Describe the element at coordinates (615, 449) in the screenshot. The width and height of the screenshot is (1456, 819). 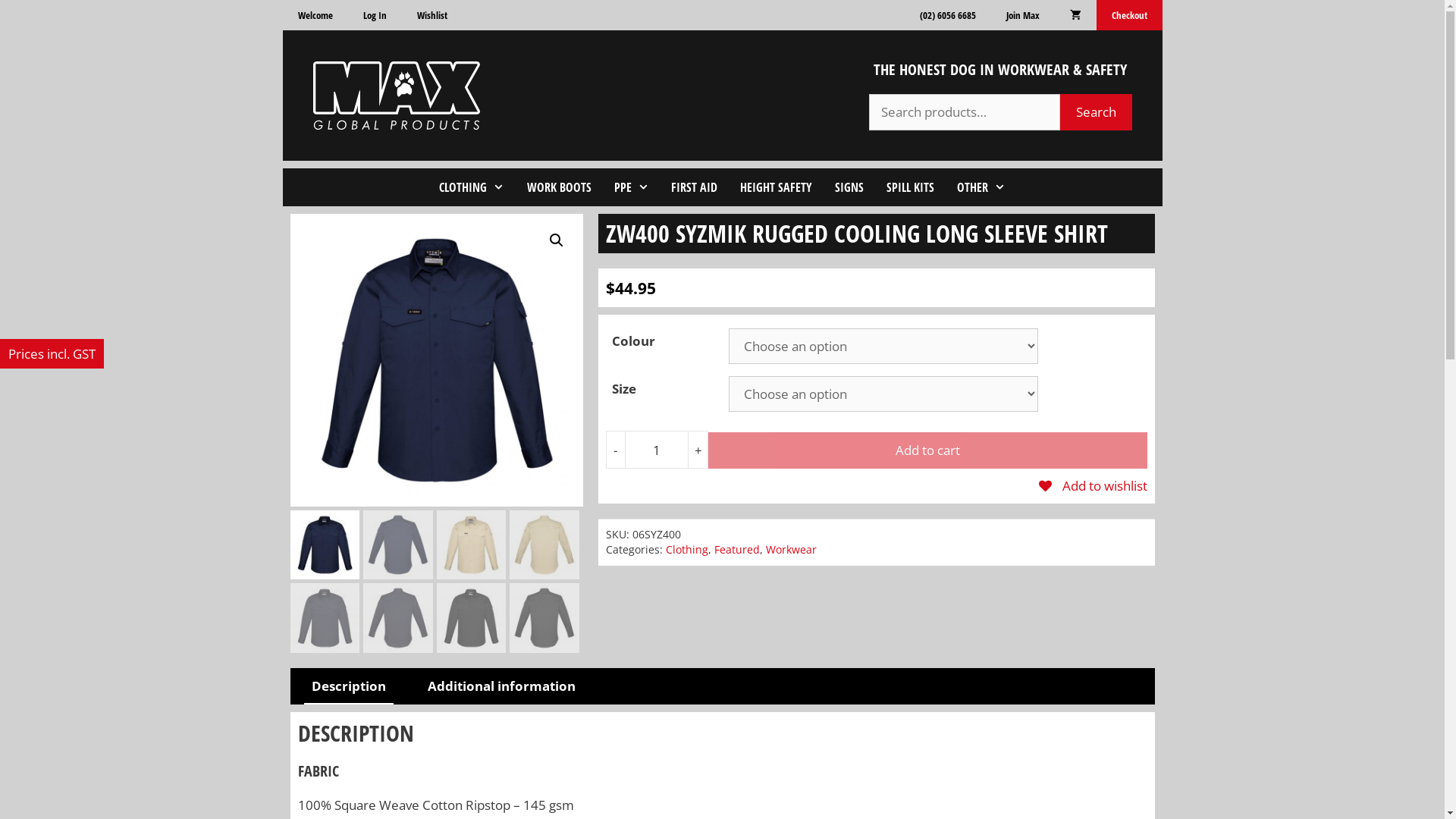
I see `'-'` at that location.